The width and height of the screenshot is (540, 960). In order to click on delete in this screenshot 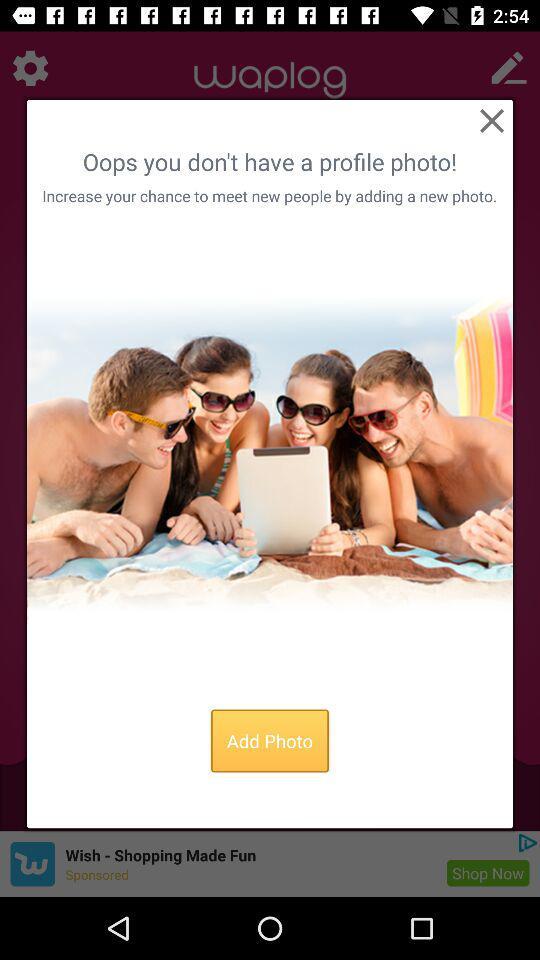, I will do `click(490, 120)`.